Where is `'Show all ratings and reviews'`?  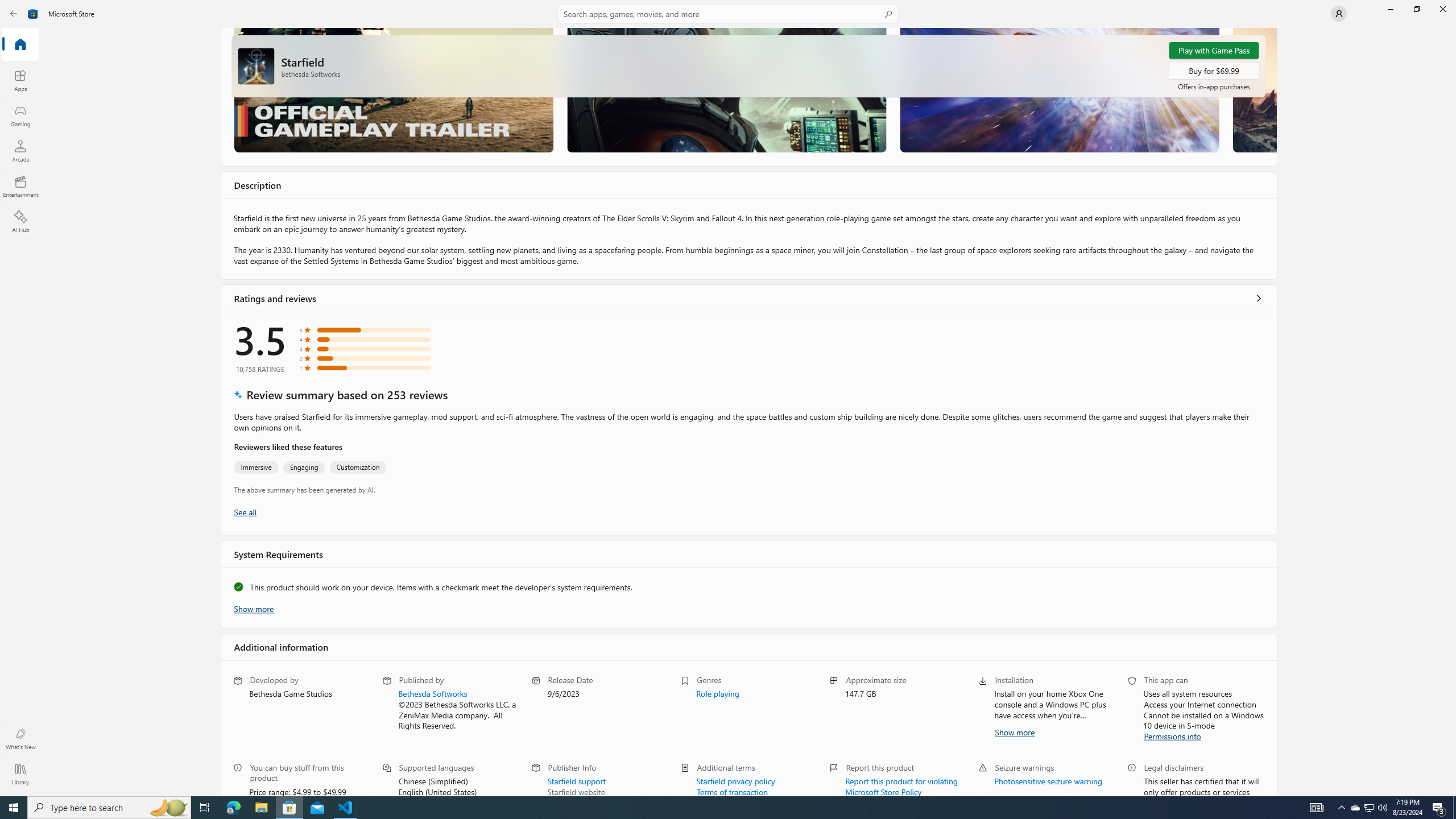 'Show all ratings and reviews' is located at coordinates (1259, 298).